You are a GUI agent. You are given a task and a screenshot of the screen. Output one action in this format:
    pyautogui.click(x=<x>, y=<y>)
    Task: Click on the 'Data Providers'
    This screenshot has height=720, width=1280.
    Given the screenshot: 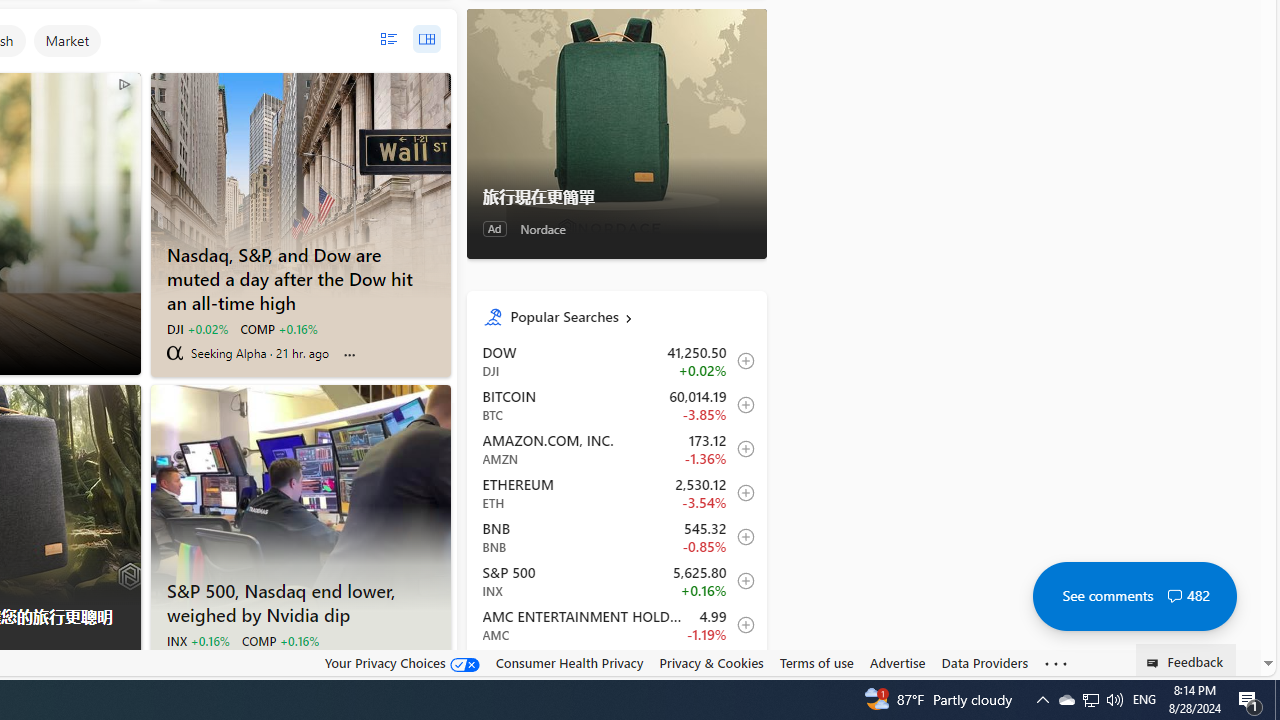 What is the action you would take?
    pyautogui.click(x=984, y=663)
    